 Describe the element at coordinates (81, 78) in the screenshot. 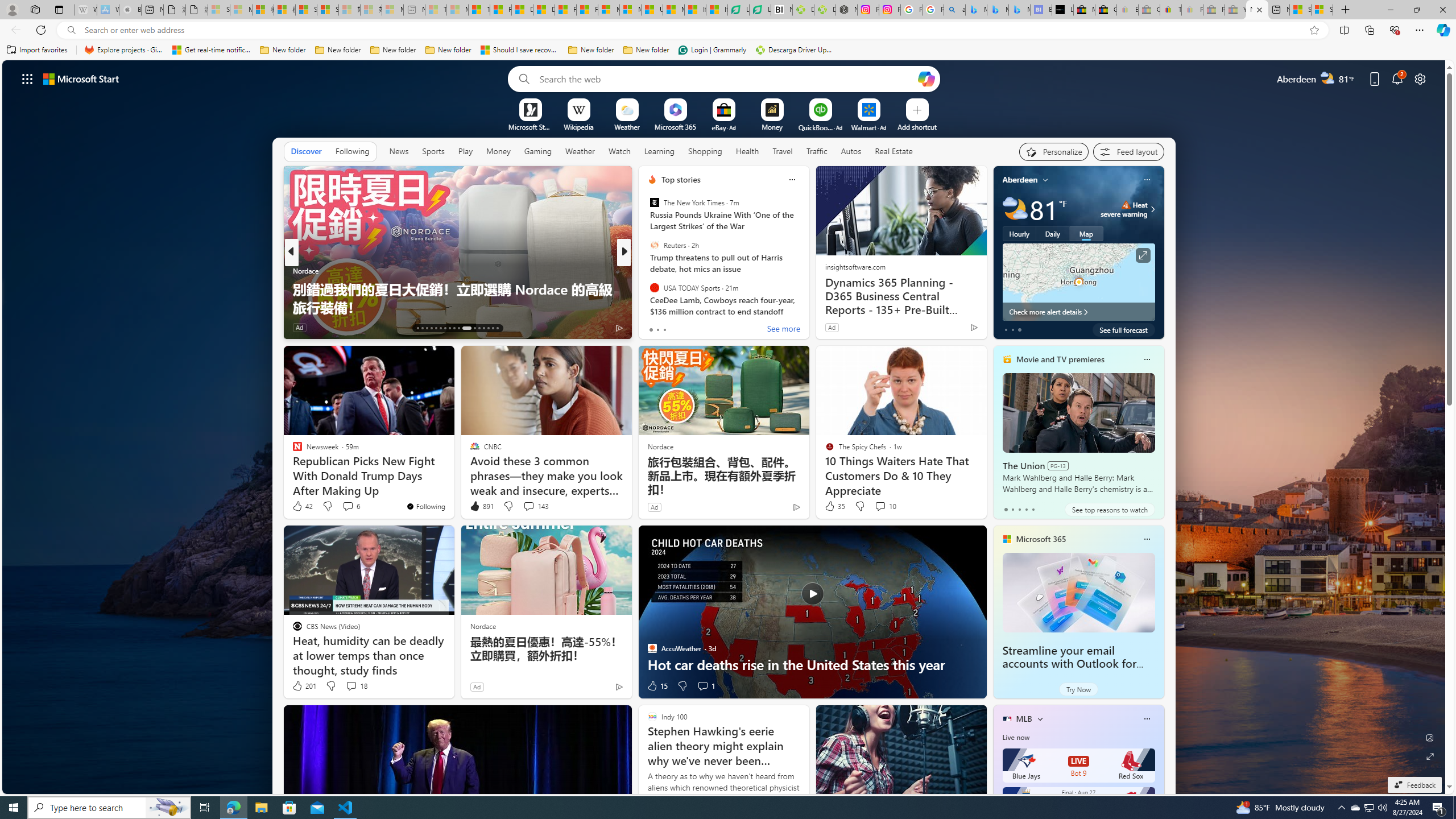

I see `'Microsoft start'` at that location.